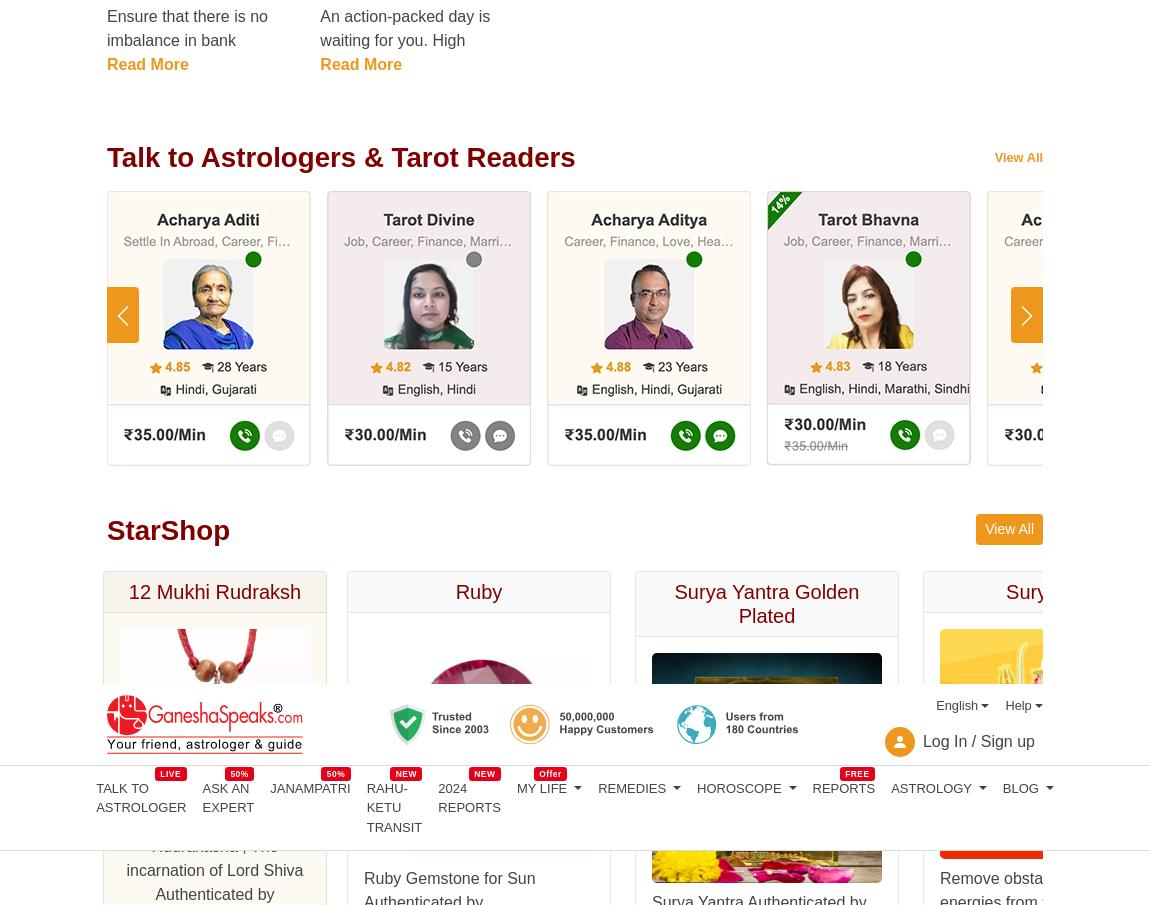 The image size is (1150, 905). I want to click on 'Narendra Modi Birthday Special Prediction: His Horoscope Analysis for 2019', so click(235, 252).